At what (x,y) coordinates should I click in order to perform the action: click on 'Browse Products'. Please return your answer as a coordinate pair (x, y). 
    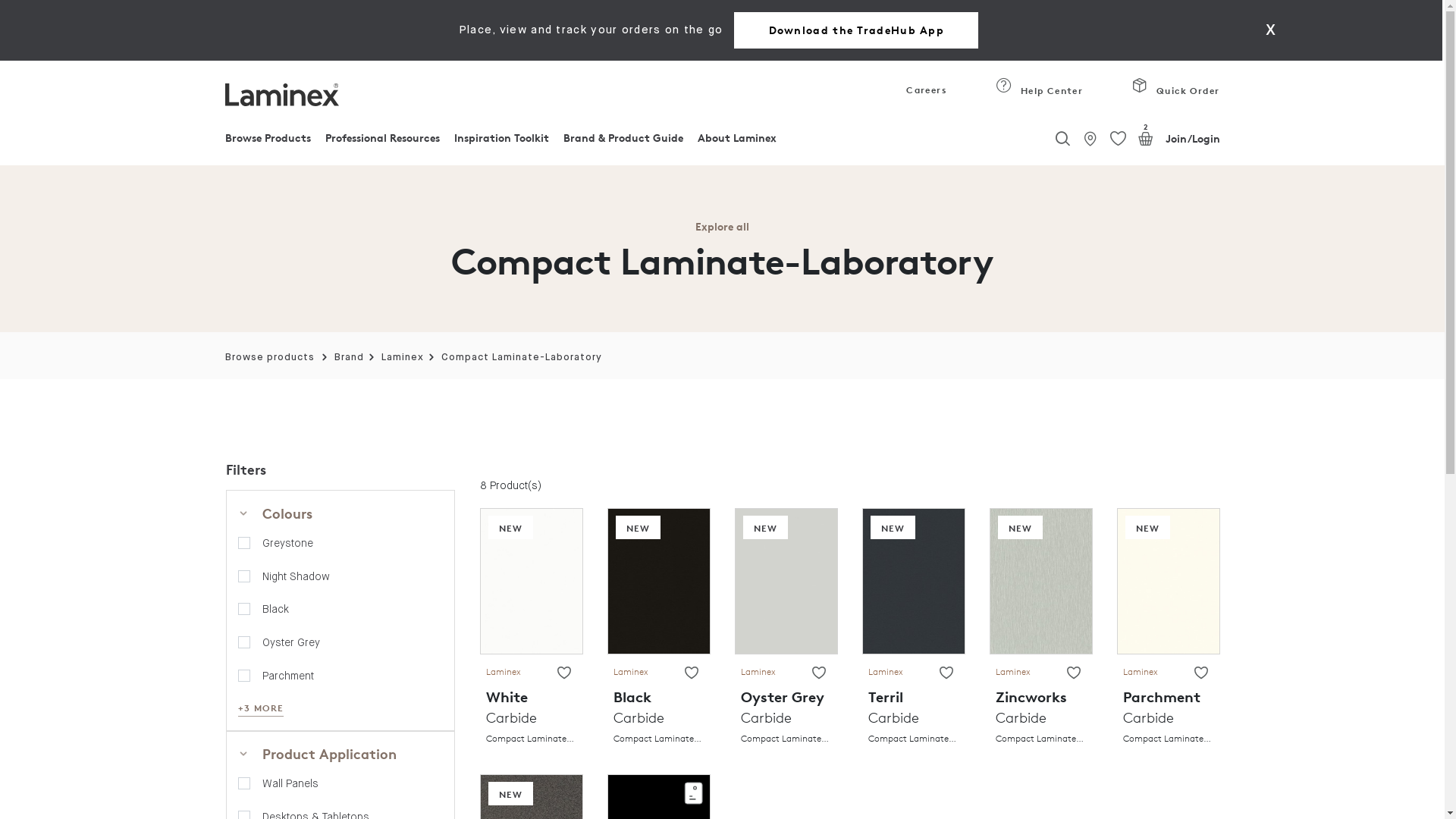
    Looking at the image, I should click on (267, 141).